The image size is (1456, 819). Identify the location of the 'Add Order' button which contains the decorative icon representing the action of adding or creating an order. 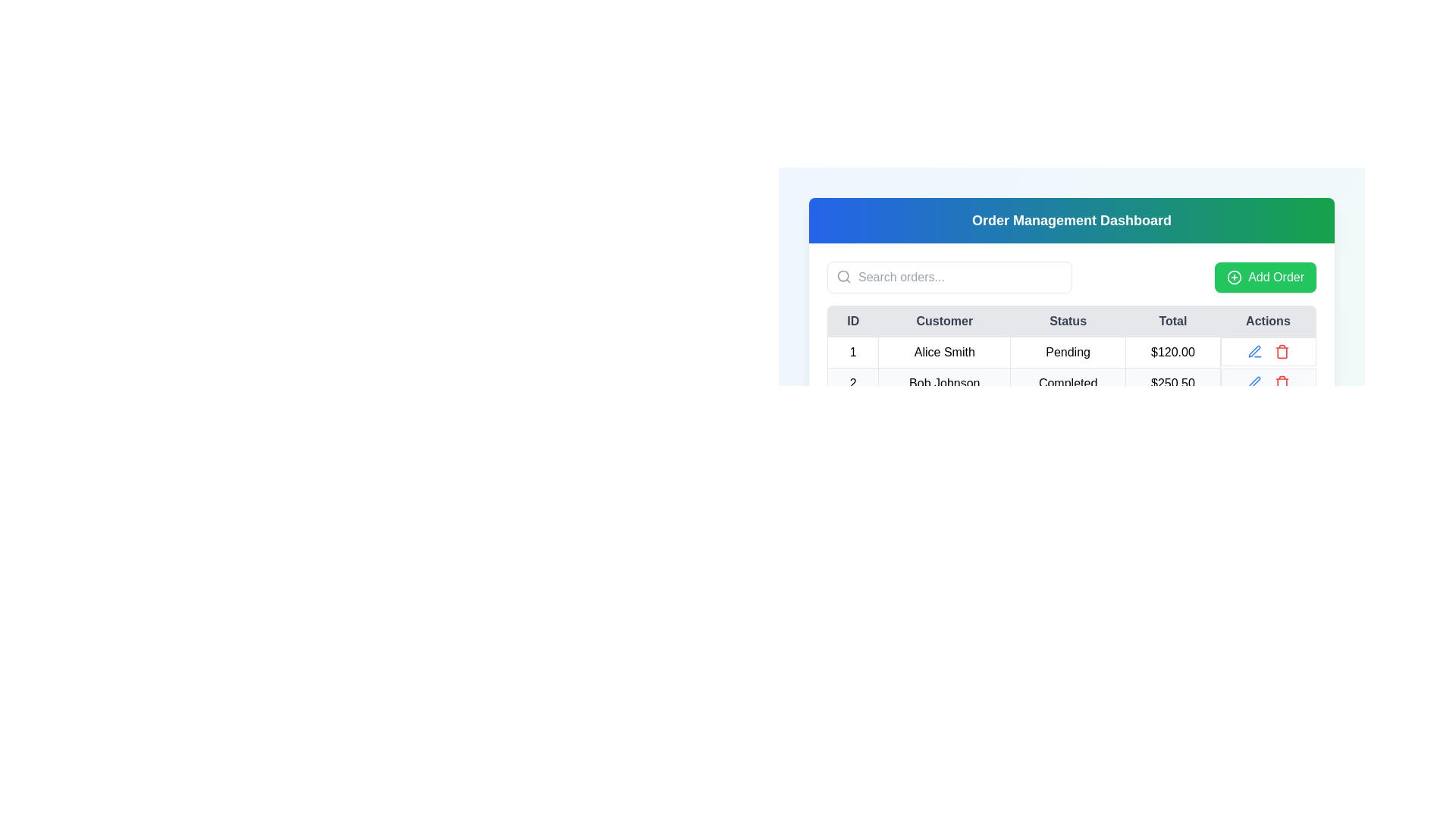
(1235, 278).